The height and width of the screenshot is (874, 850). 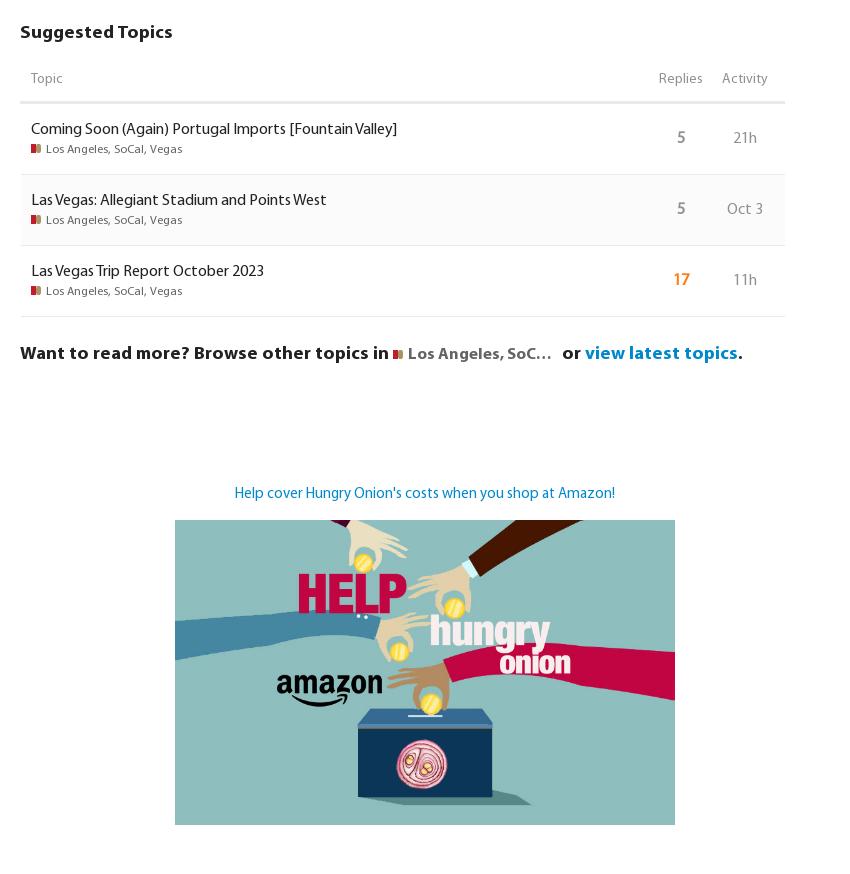 What do you see at coordinates (740, 352) in the screenshot?
I see `'.'` at bounding box center [740, 352].